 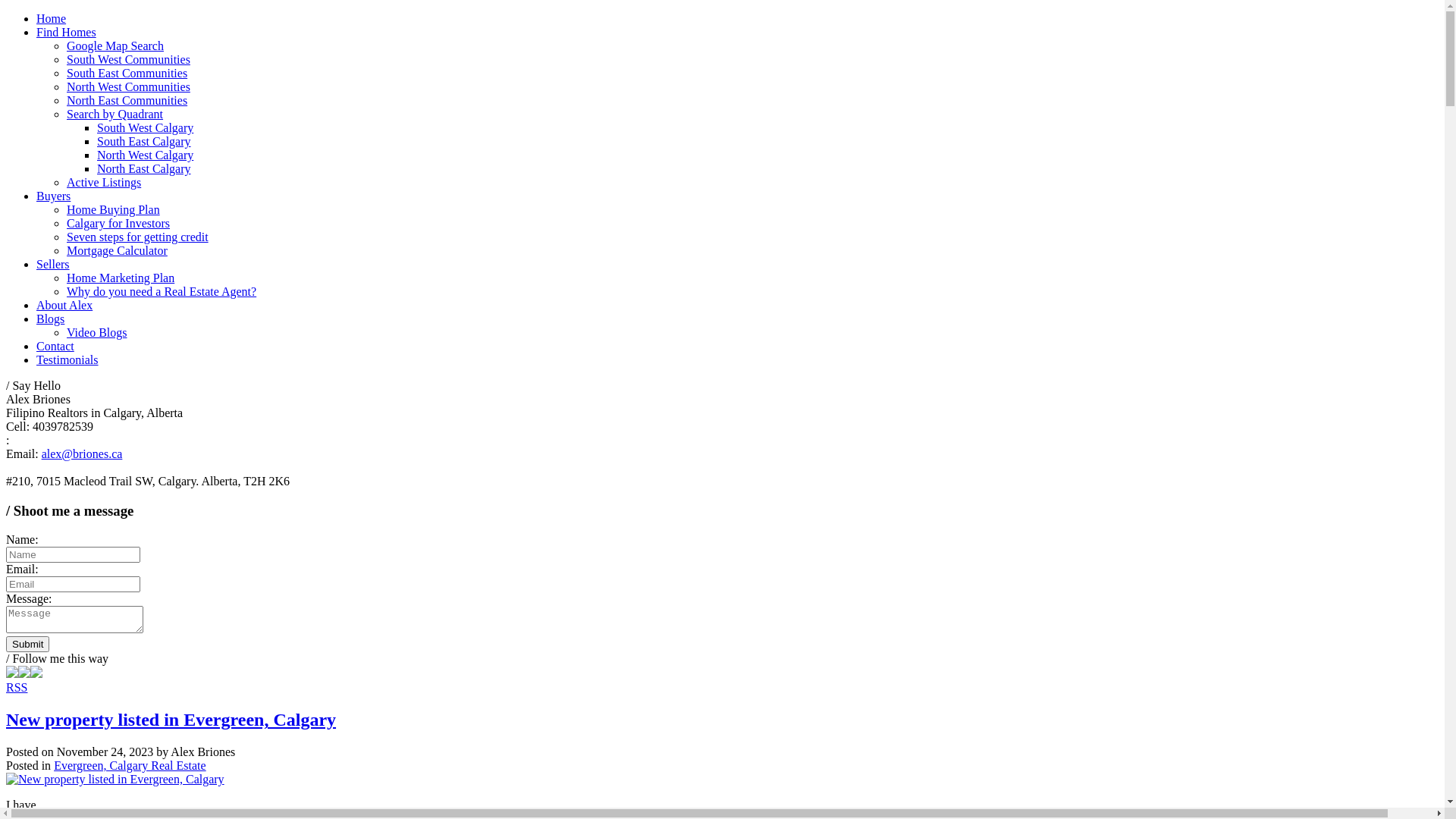 What do you see at coordinates (50, 318) in the screenshot?
I see `'Blogs'` at bounding box center [50, 318].